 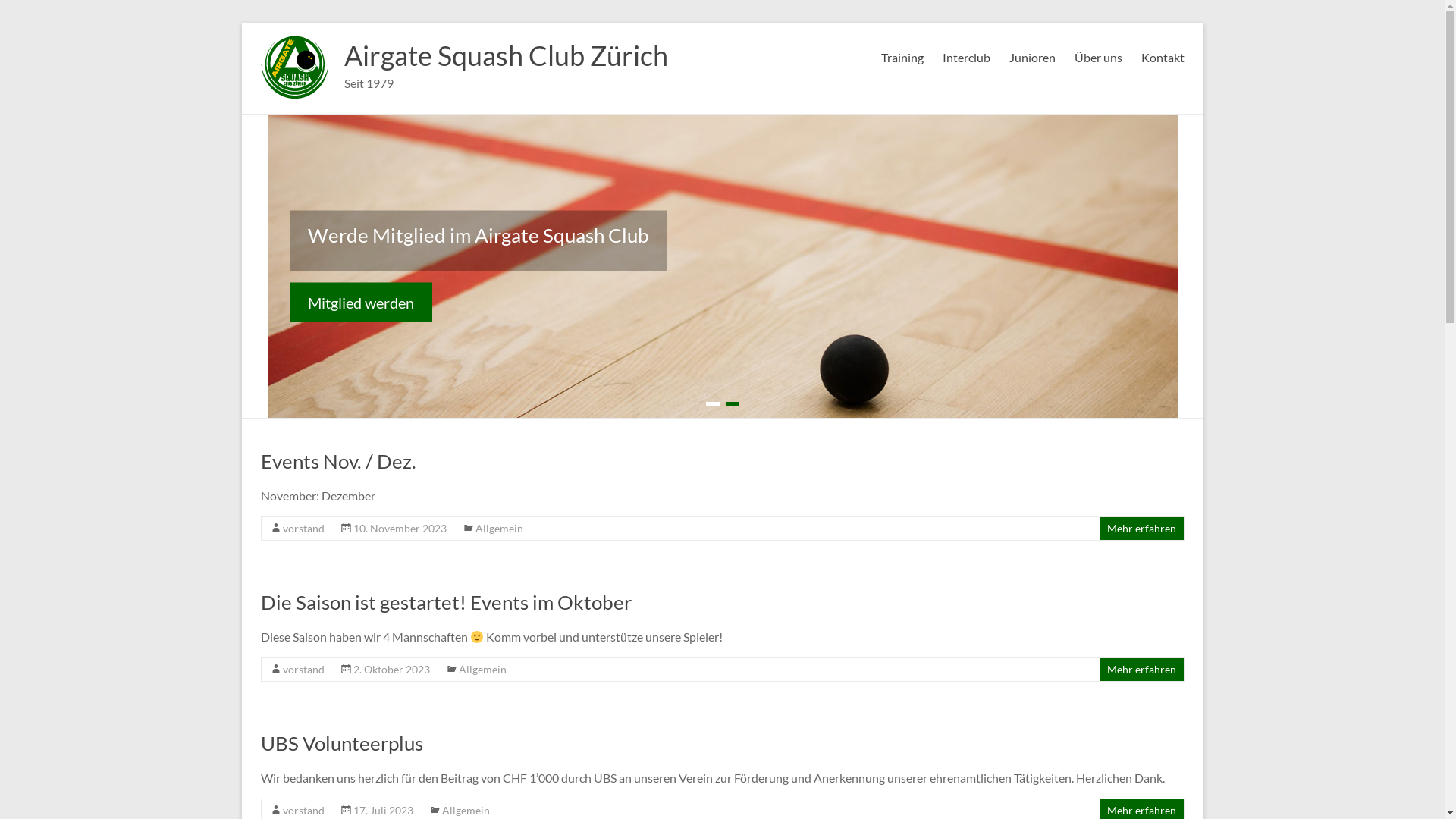 I want to click on 'vorstand', so click(x=303, y=527).